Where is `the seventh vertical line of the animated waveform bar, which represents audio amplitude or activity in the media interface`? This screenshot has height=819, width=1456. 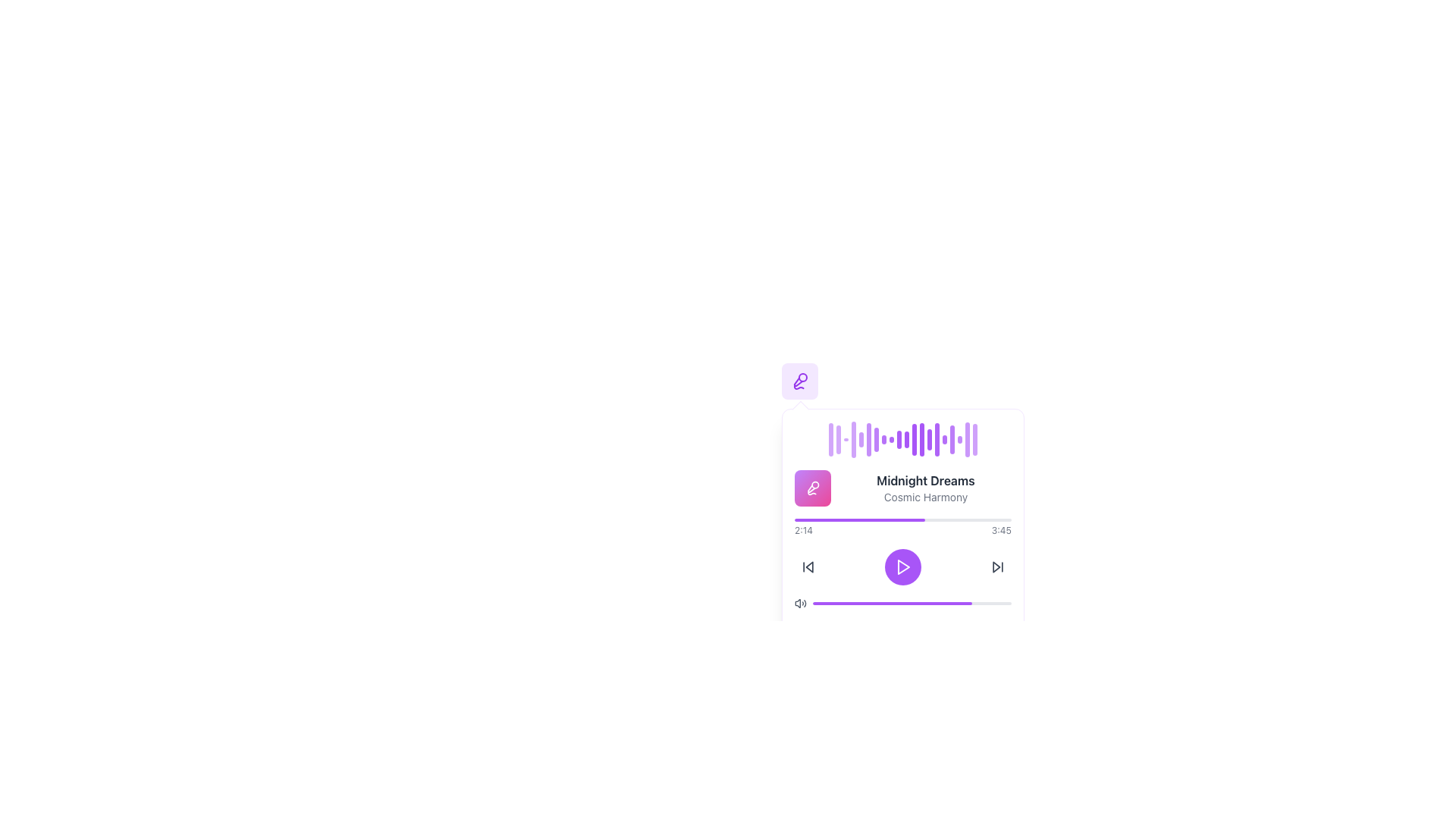
the seventh vertical line of the animated waveform bar, which represents audio amplitude or activity in the media interface is located at coordinates (877, 439).